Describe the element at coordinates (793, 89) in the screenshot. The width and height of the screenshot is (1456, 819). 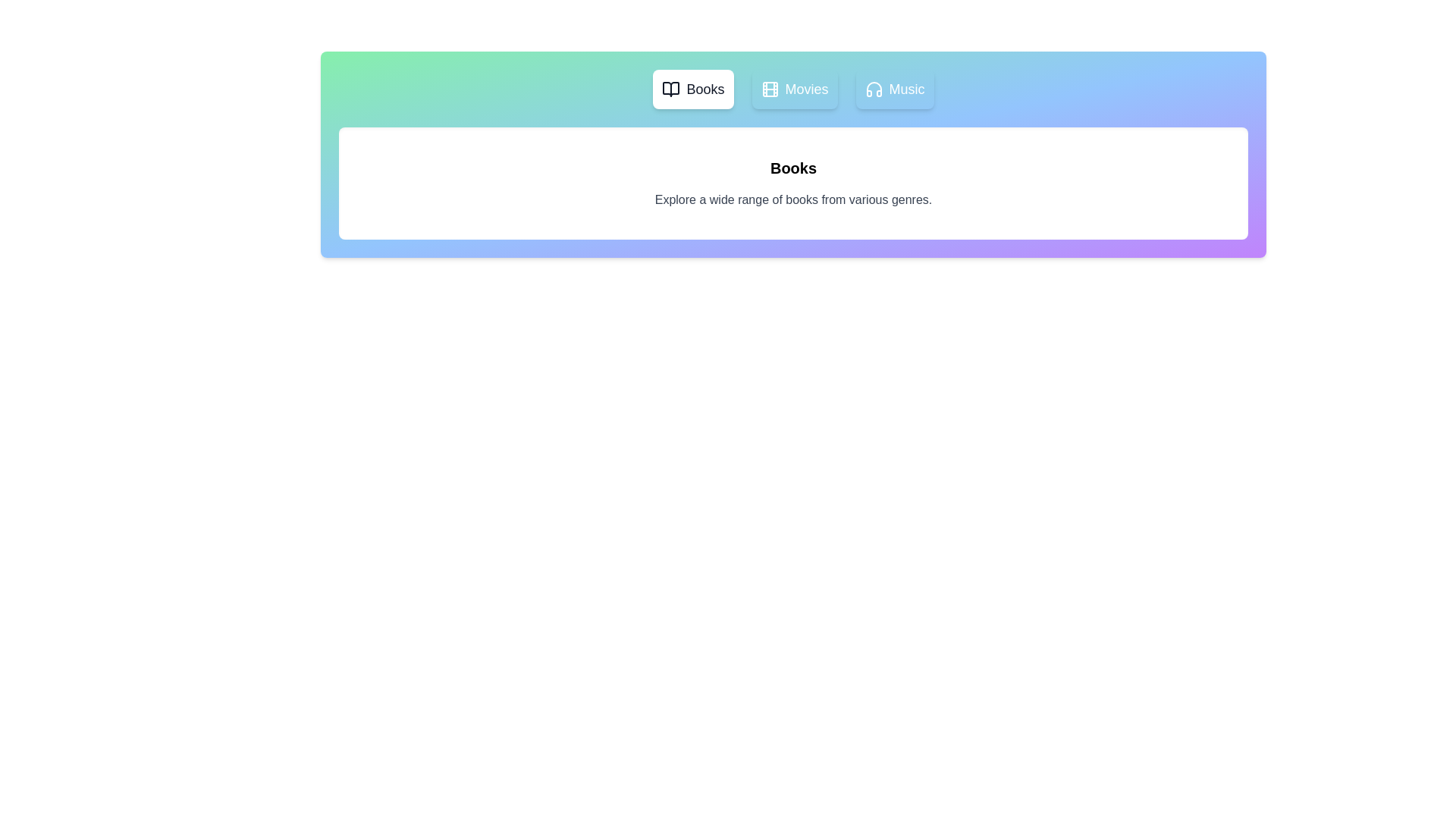
I see `the Movies tab to view its hover effect` at that location.